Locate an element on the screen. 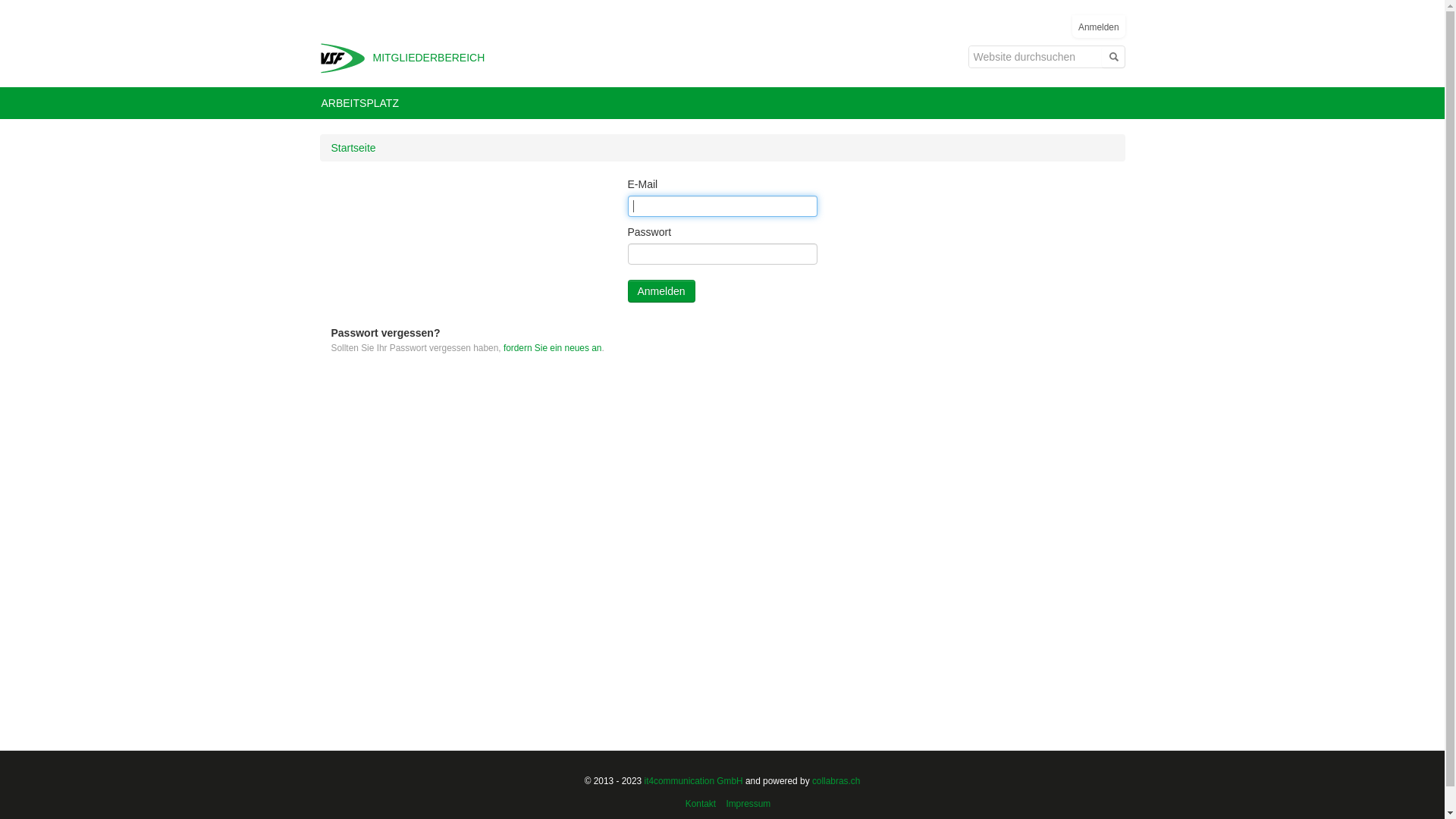 The image size is (1456, 819). 'Kontakt' is located at coordinates (699, 803).